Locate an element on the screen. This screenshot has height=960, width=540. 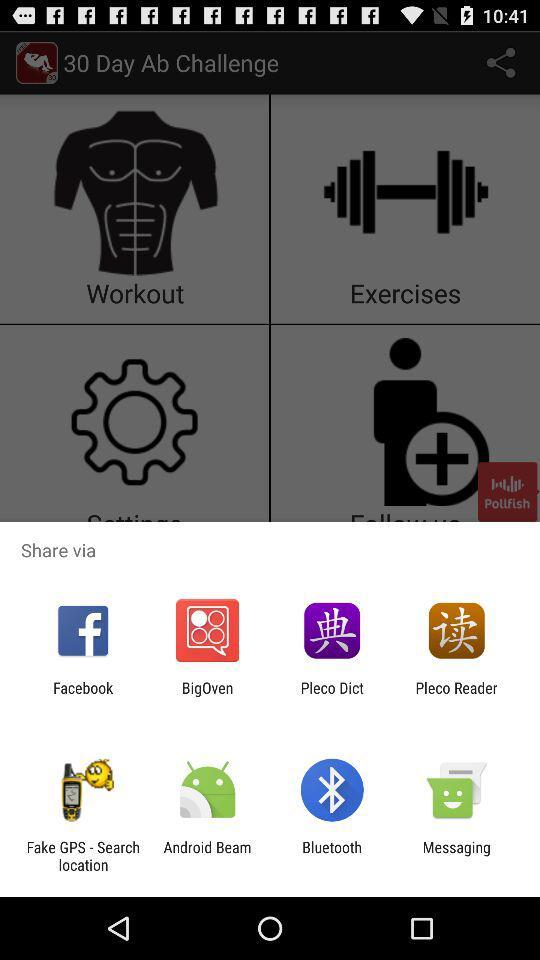
app to the right of facebook icon is located at coordinates (206, 696).